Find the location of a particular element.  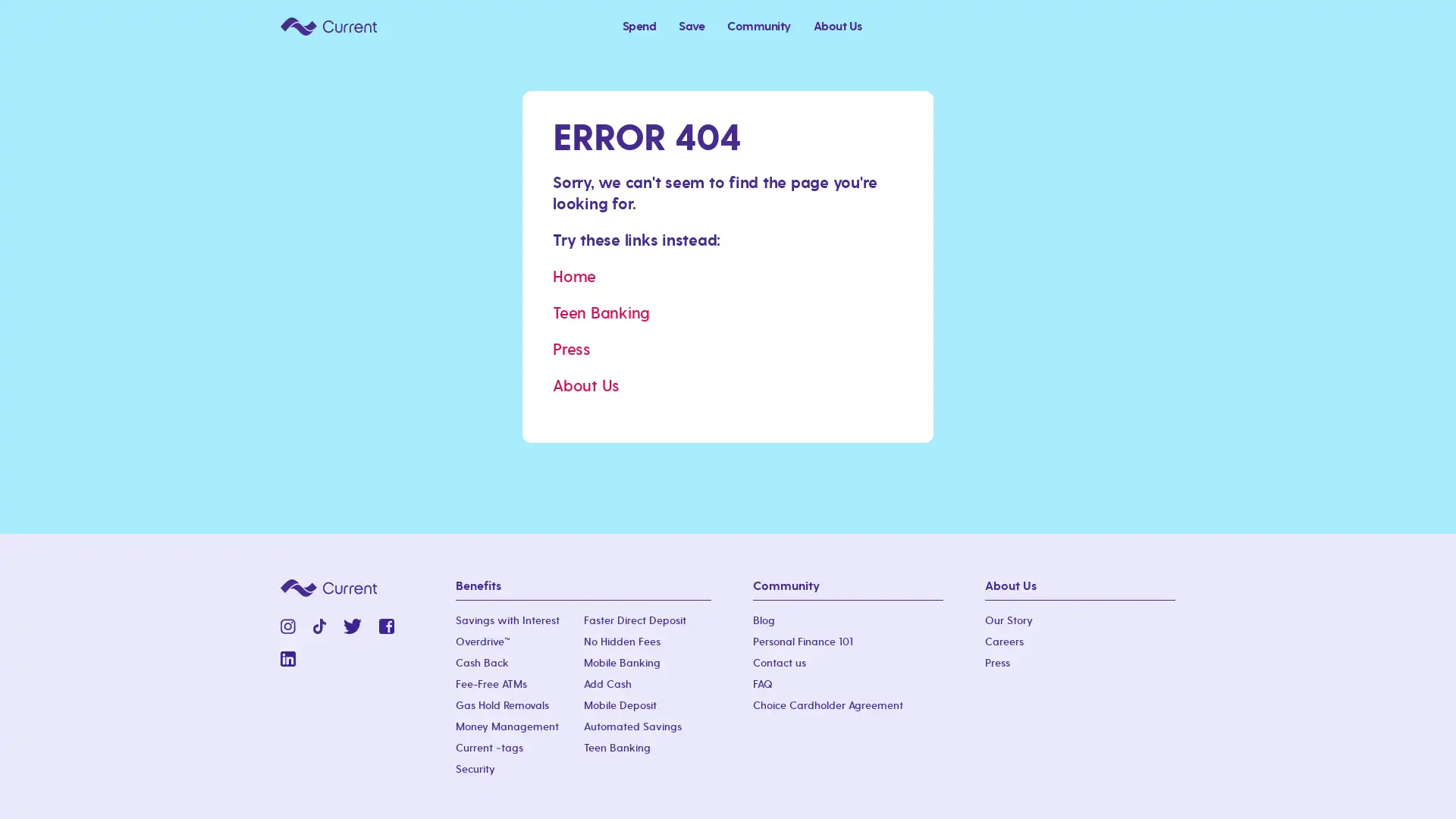

Cash Back is located at coordinates (482, 663).